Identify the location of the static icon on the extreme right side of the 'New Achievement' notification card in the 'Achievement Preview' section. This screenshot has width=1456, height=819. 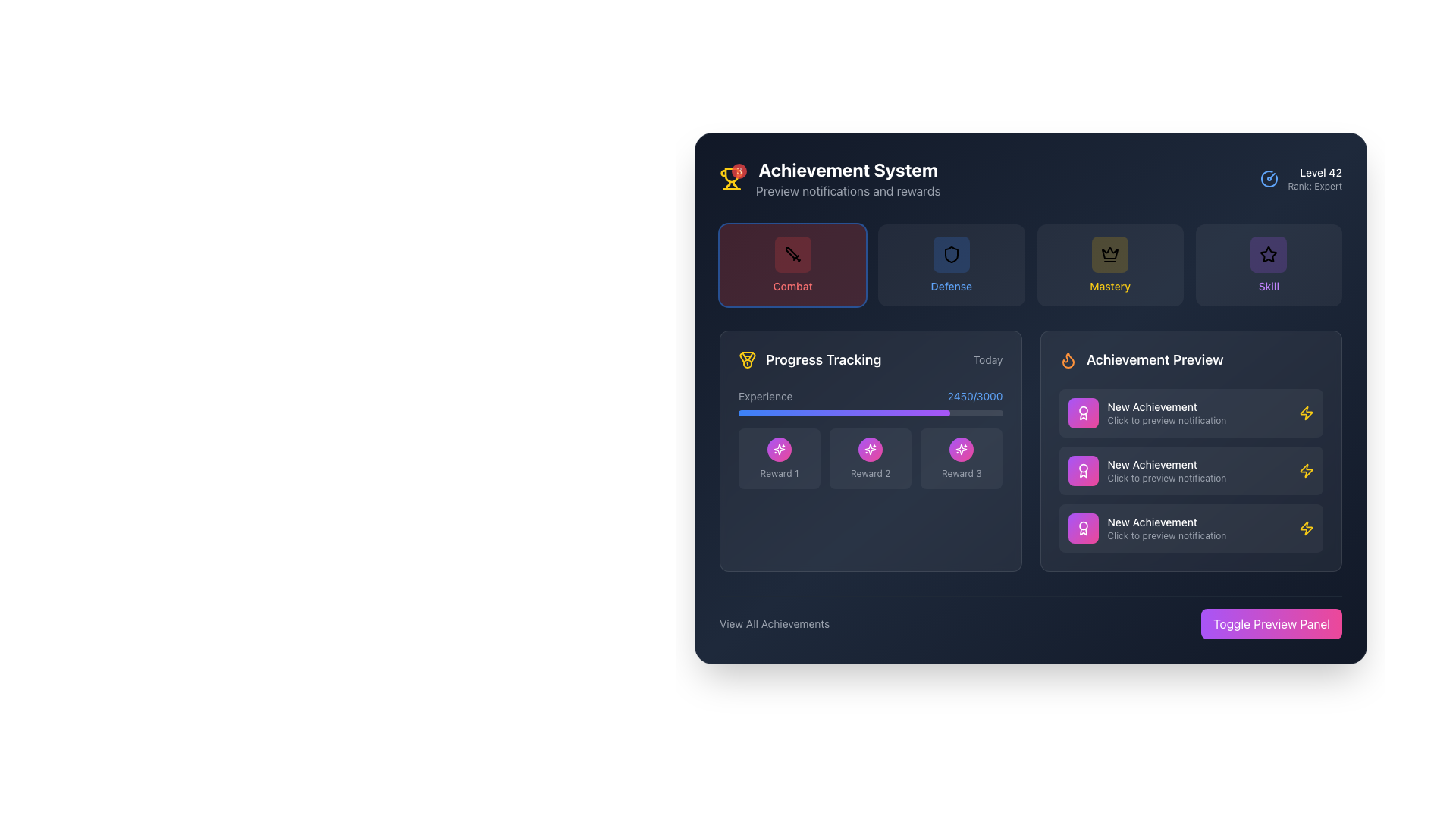
(1306, 470).